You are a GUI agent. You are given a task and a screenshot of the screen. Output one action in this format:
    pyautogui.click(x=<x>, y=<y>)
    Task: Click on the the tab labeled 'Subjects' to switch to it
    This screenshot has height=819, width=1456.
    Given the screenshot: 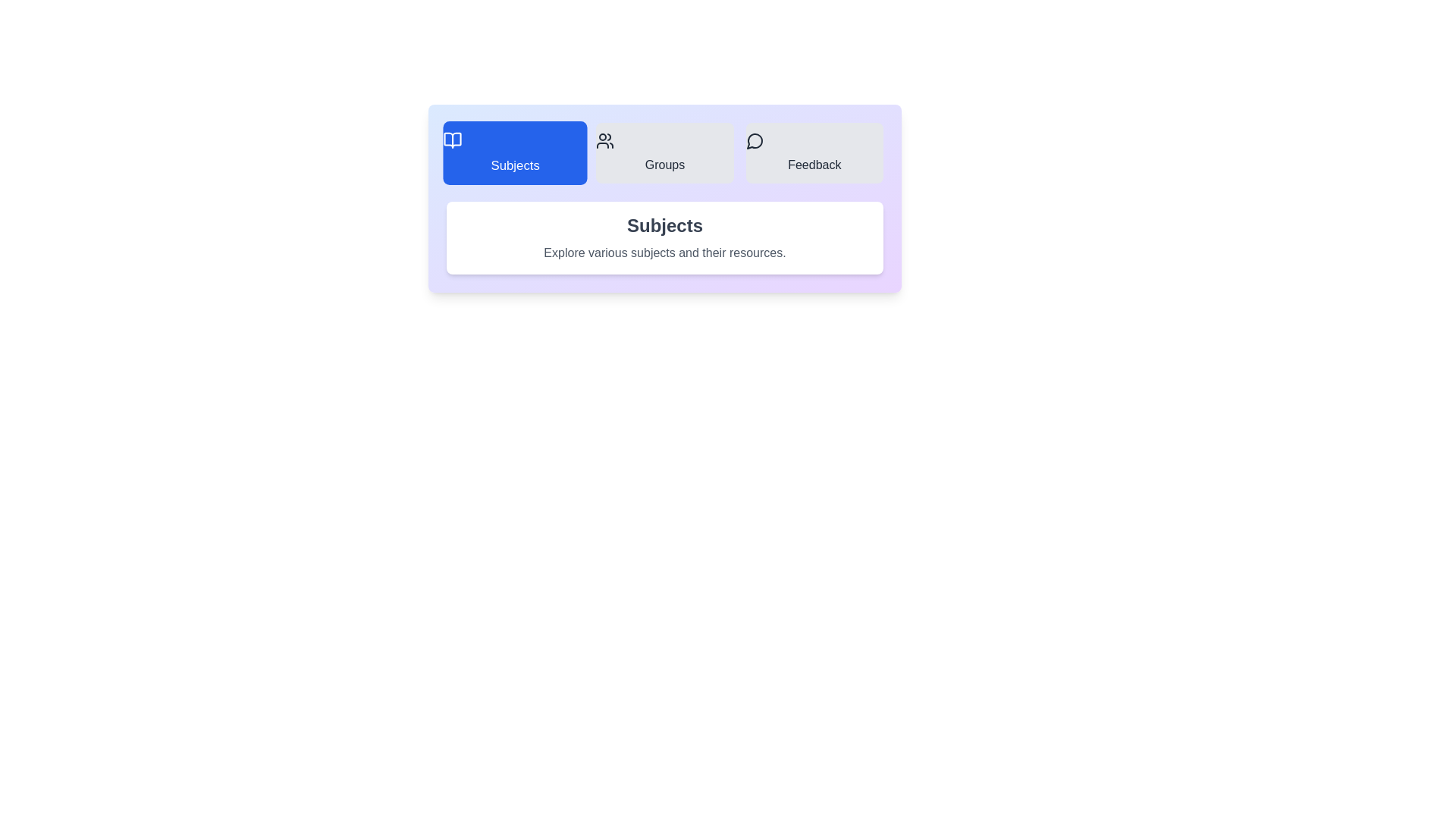 What is the action you would take?
    pyautogui.click(x=515, y=152)
    